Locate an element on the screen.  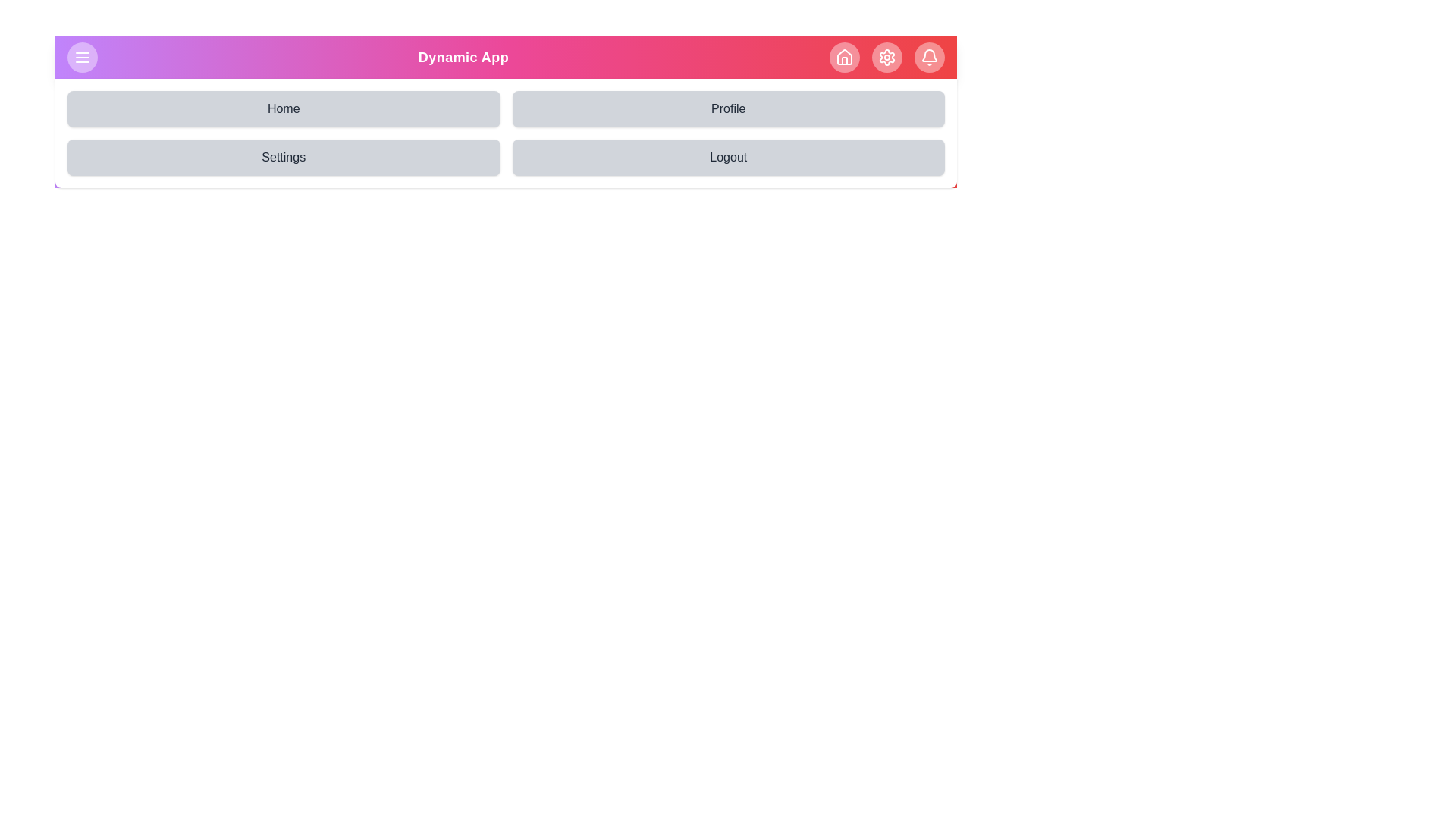
the Settings navigation button is located at coordinates (284, 158).